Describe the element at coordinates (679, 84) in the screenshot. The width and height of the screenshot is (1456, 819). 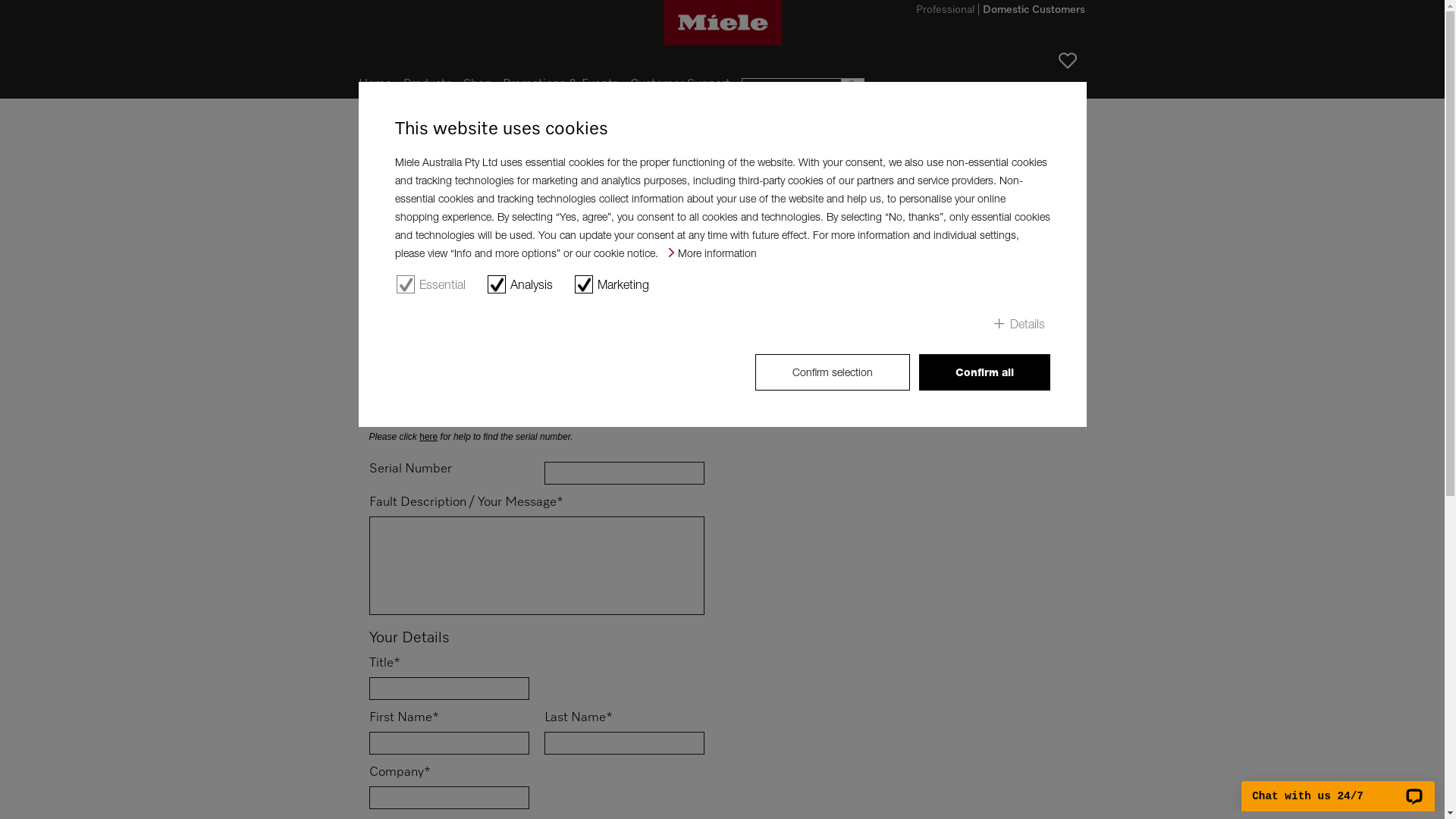
I see `'Customer Support'` at that location.